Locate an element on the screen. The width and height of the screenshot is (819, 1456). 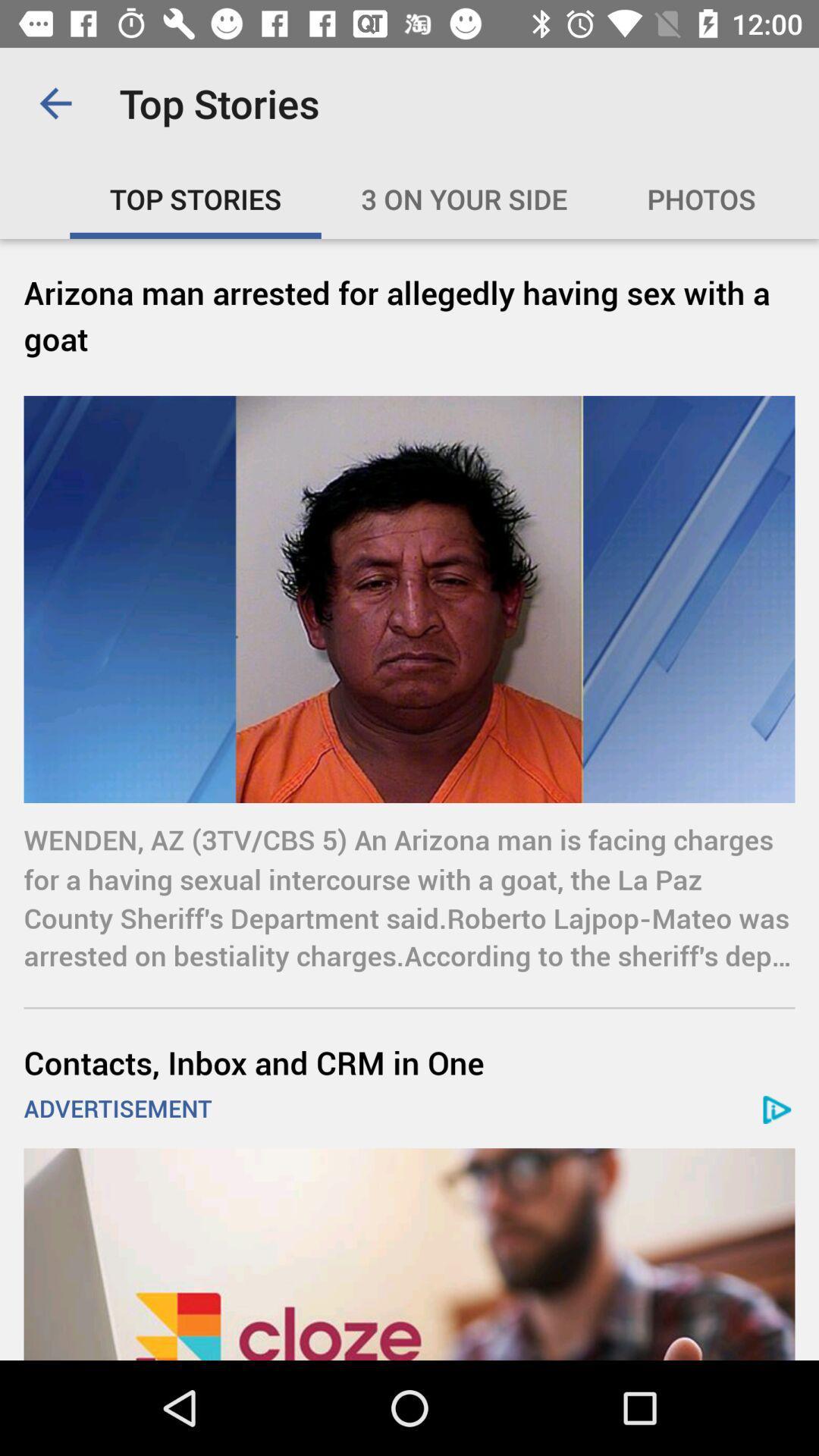
advertisement that opens company 's website is located at coordinates (409, 1254).